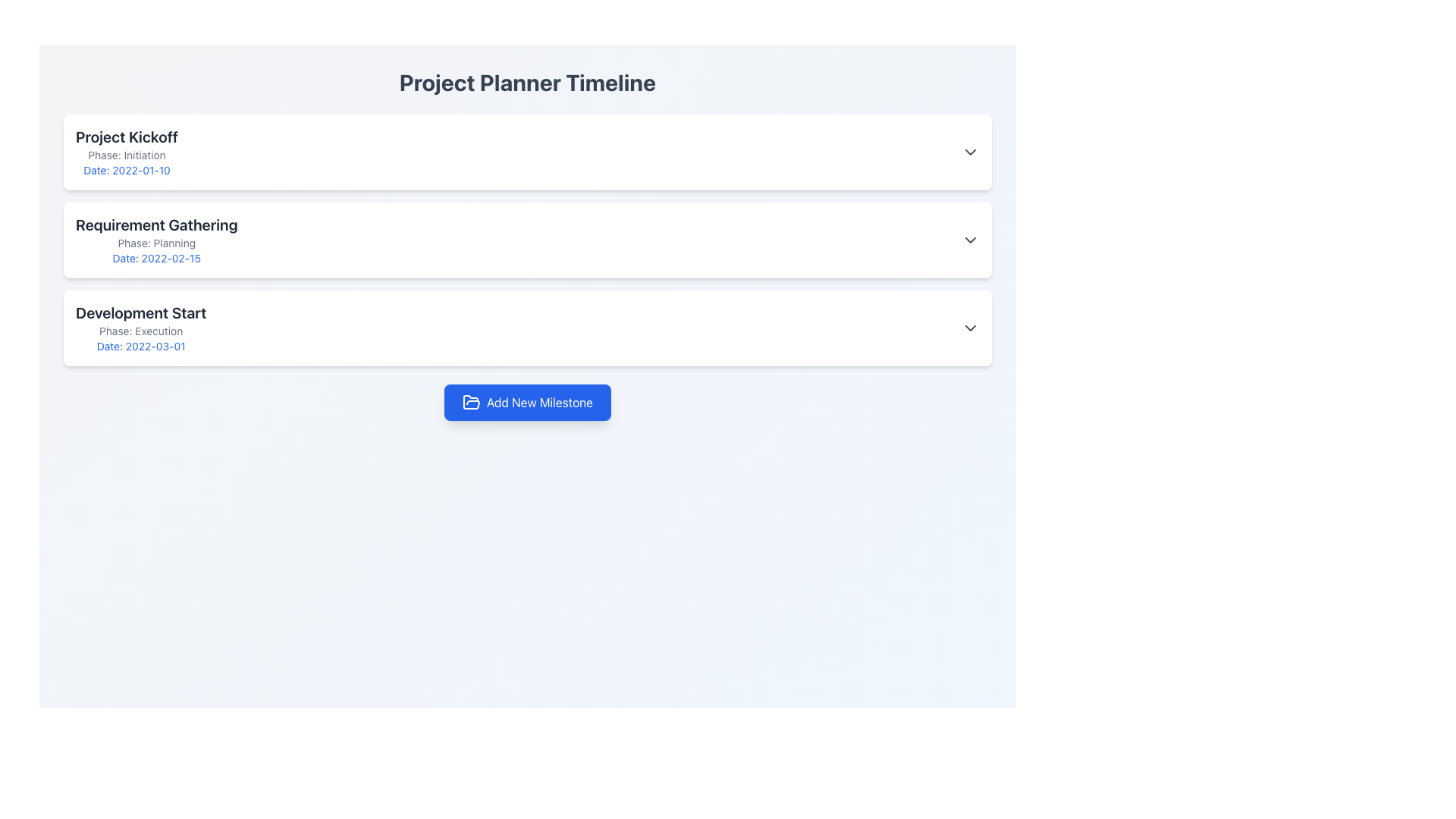 This screenshot has height=819, width=1456. Describe the element at coordinates (127, 155) in the screenshot. I see `the text label indicating the current phase ('Initiation') of the 'Project Kickoff', located in the upper part of the interface within the first card, below its title and above the 'Date: 2022-01-10'` at that location.